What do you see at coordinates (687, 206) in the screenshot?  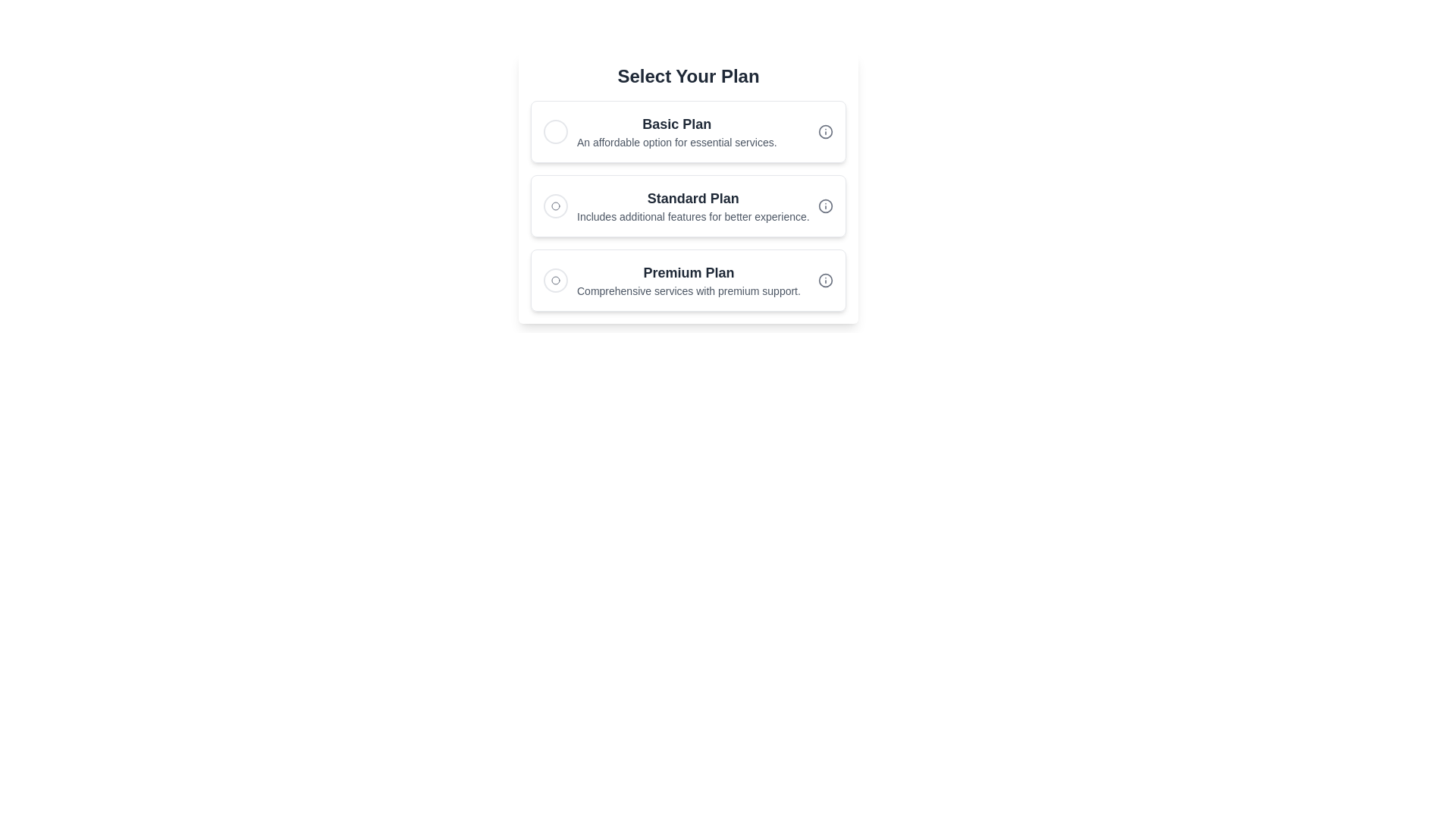 I see `the 'Standard Plan' selection card, which is the second card in the vertical list under the header 'Select Your Plan.'` at bounding box center [687, 206].